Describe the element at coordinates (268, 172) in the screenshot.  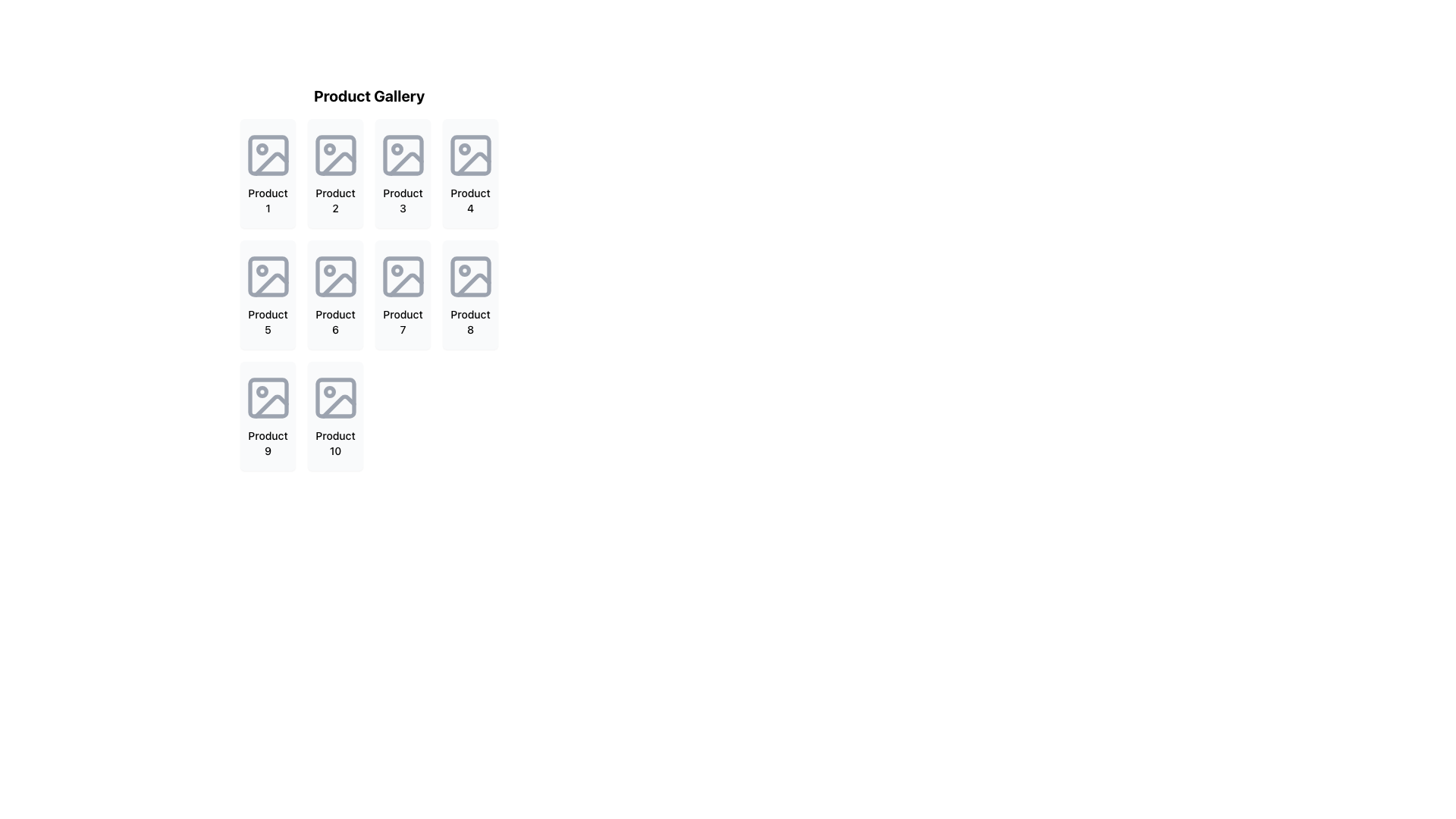
I see `the Product Card displaying 'Product 1' with a gray photo icon in the Product Gallery grid` at that location.